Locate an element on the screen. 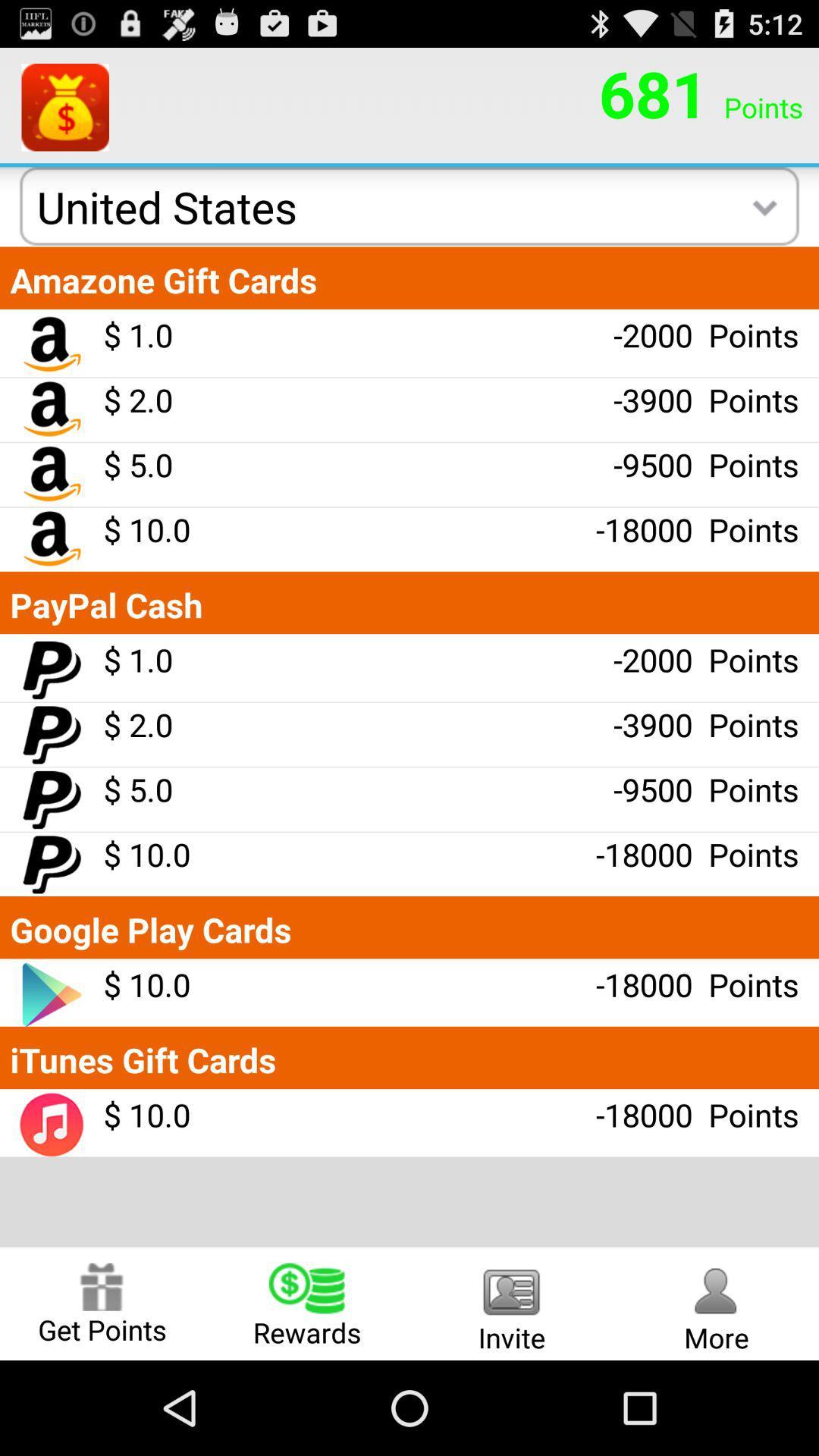 This screenshot has width=819, height=1456. the more is located at coordinates (717, 1303).